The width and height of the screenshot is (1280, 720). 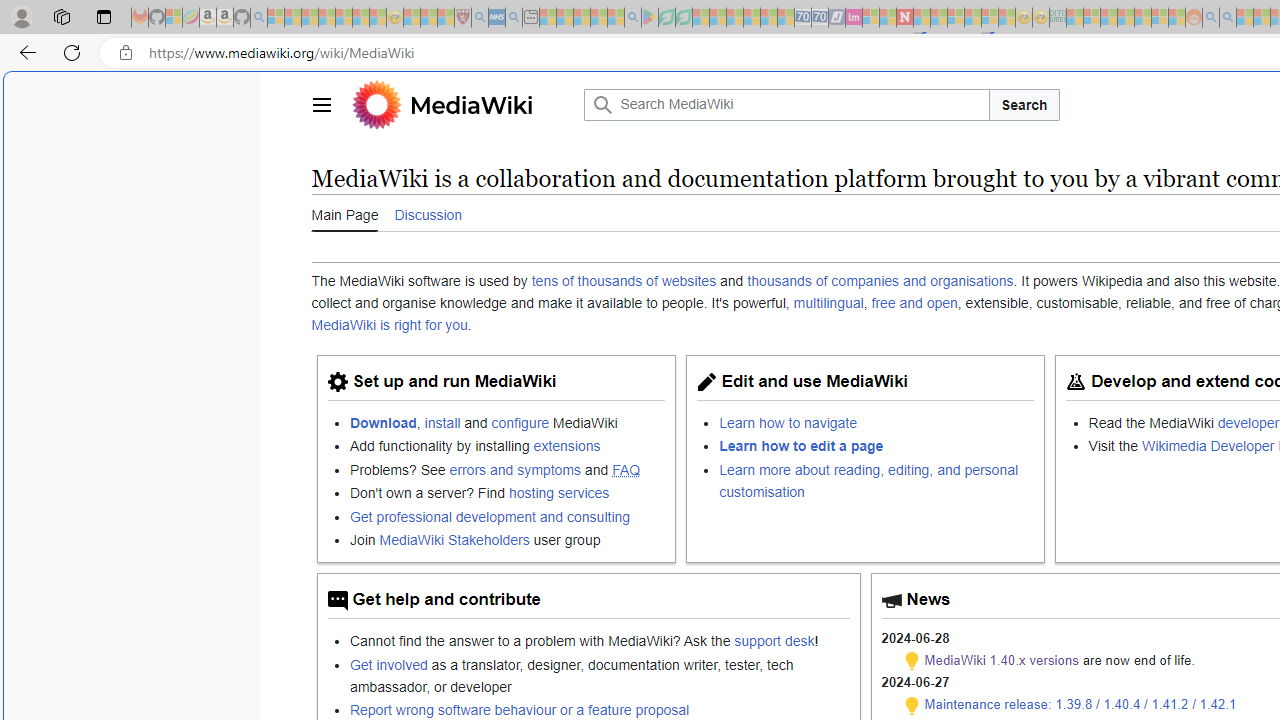 What do you see at coordinates (470, 104) in the screenshot?
I see `'MediaWiki'` at bounding box center [470, 104].